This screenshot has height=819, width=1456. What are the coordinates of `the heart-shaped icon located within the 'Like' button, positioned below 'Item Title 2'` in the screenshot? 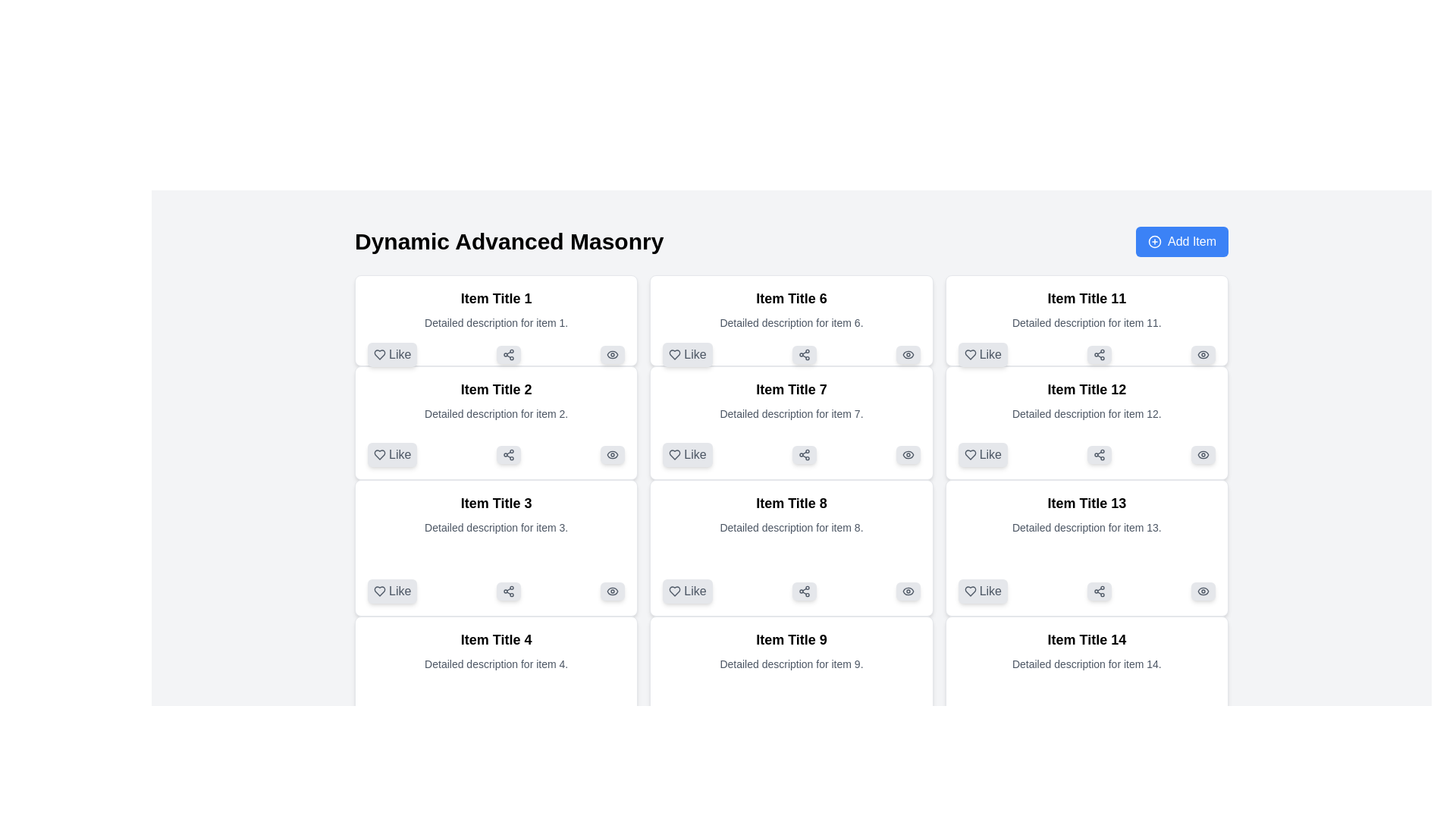 It's located at (379, 454).